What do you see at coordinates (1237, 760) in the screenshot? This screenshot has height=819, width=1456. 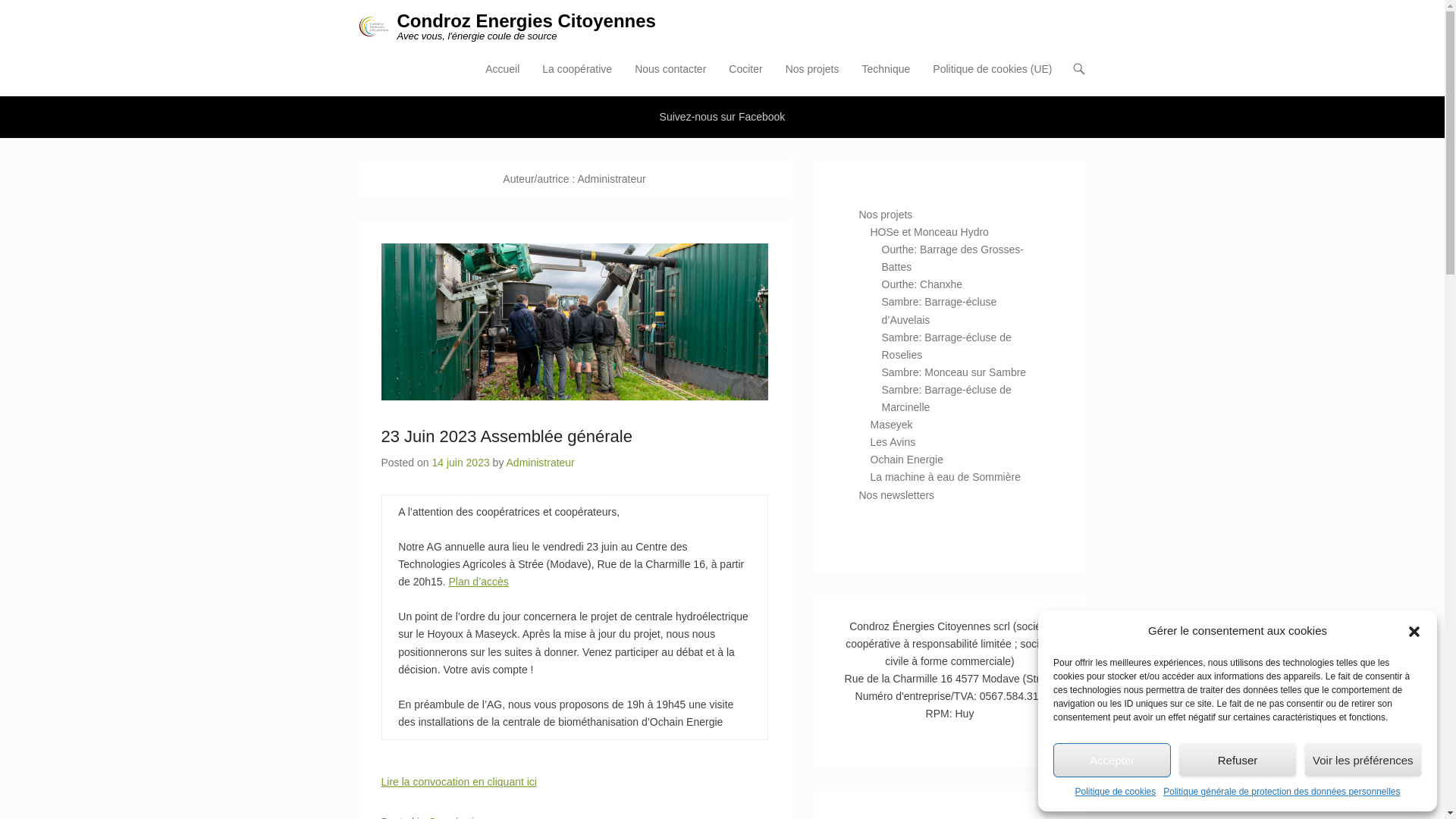 I see `'Refuser'` at bounding box center [1237, 760].